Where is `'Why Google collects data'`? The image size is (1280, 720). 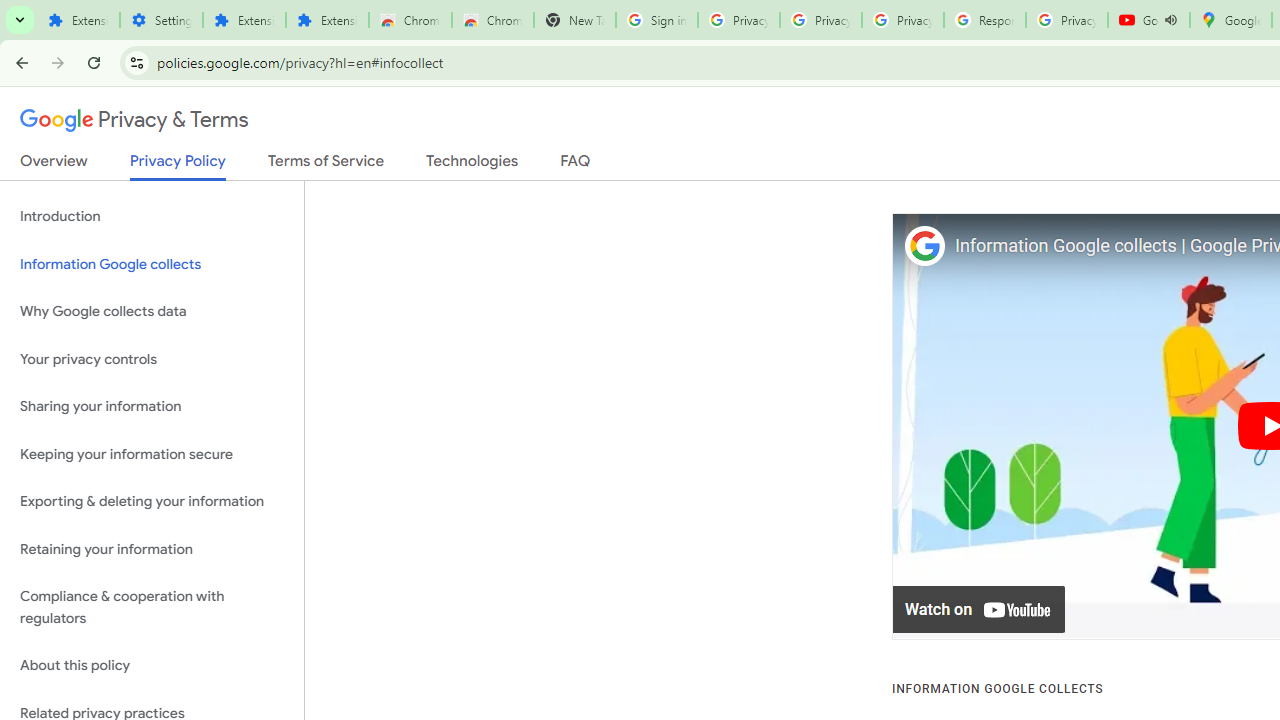
'Why Google collects data' is located at coordinates (151, 312).